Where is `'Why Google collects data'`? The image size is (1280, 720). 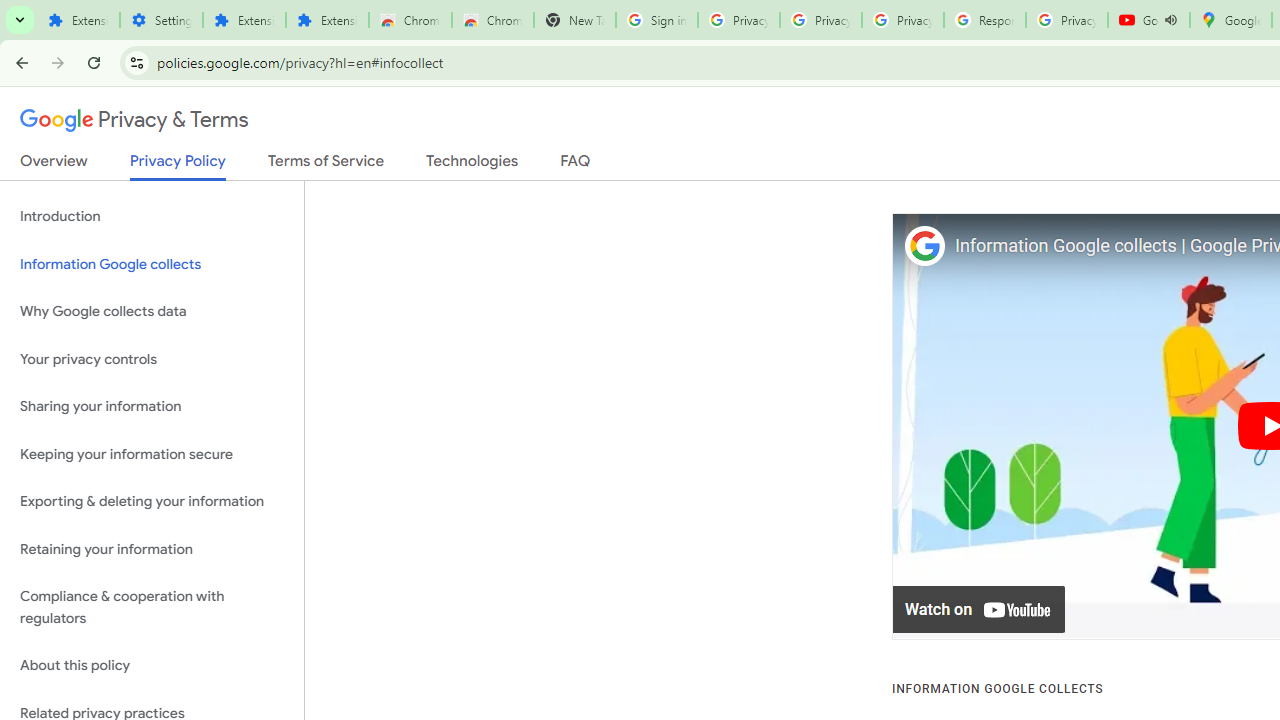
'Why Google collects data' is located at coordinates (151, 312).